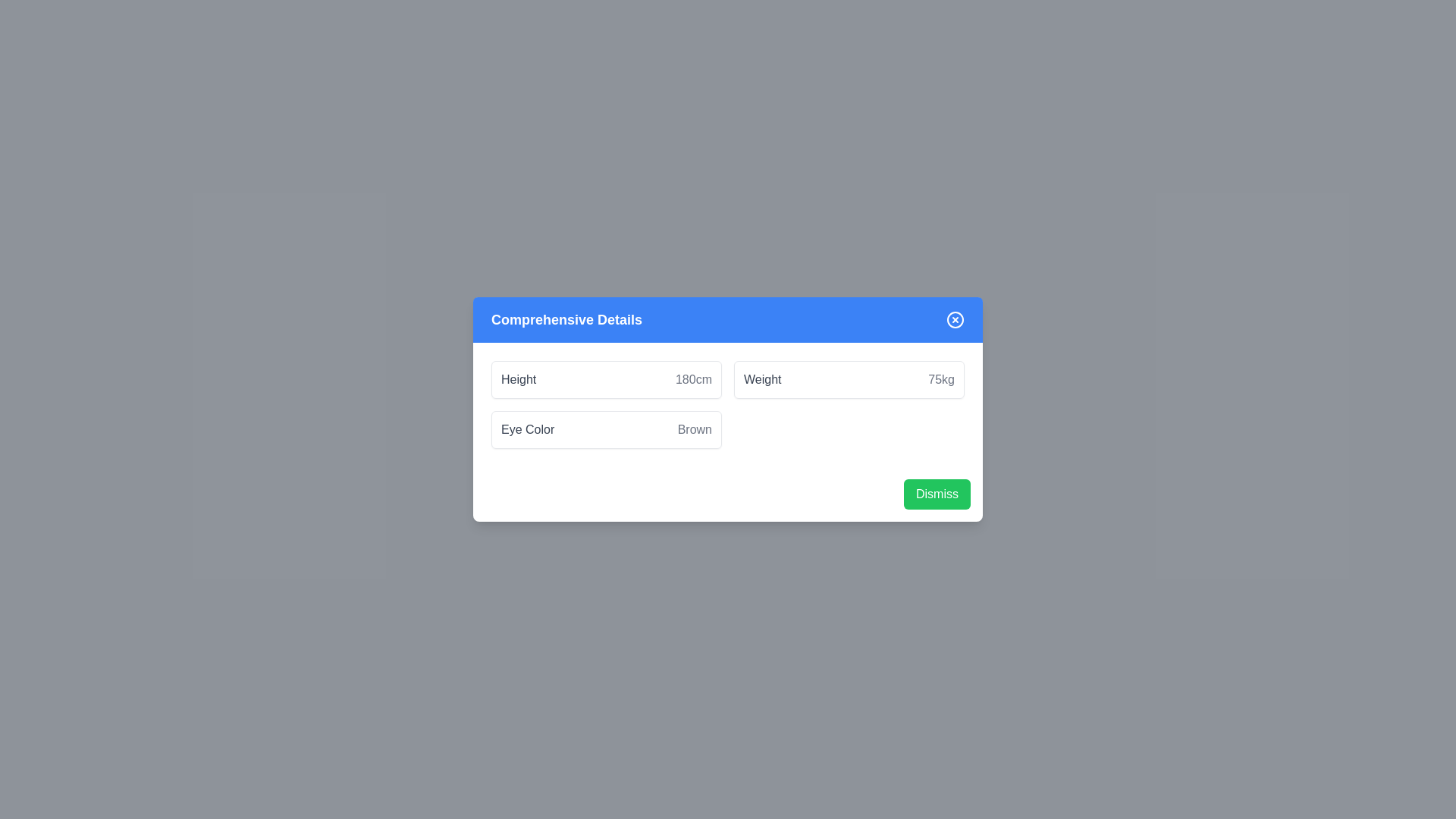 The image size is (1456, 819). I want to click on the 'Dismiss' button to close the dialog, so click(937, 494).